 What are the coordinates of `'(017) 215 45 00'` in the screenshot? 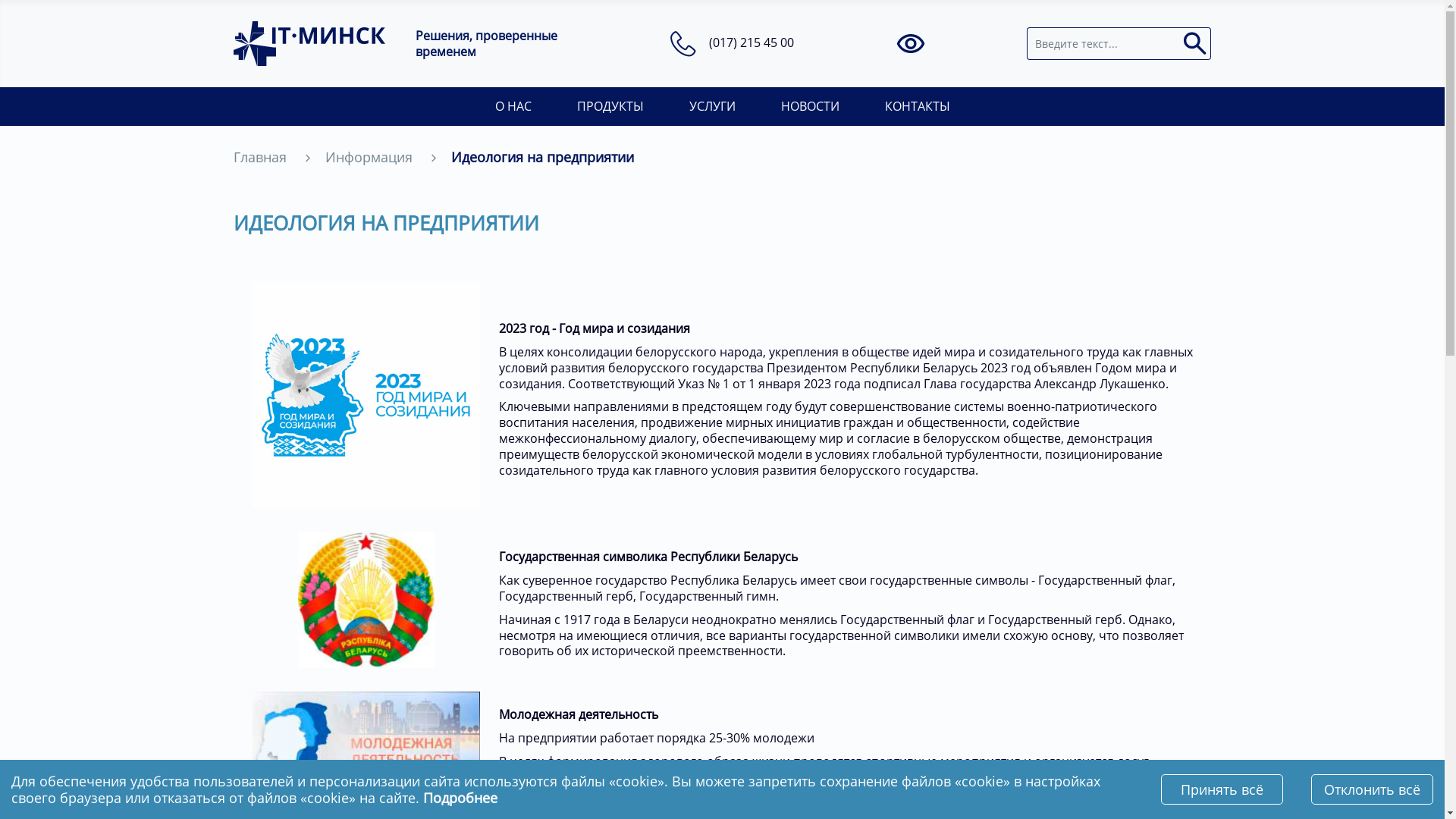 It's located at (708, 42).